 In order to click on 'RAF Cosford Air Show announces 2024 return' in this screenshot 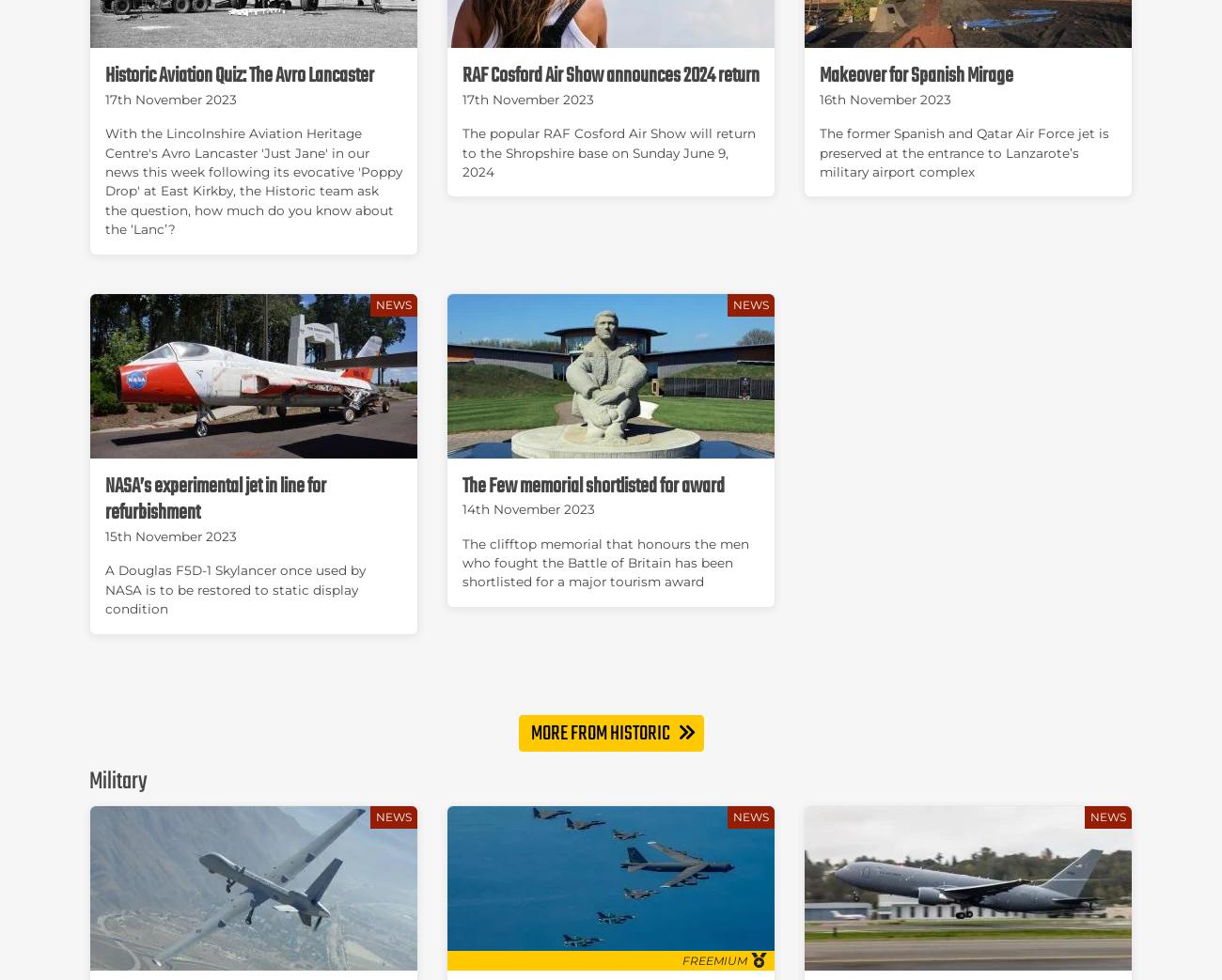, I will do `click(462, 74)`.